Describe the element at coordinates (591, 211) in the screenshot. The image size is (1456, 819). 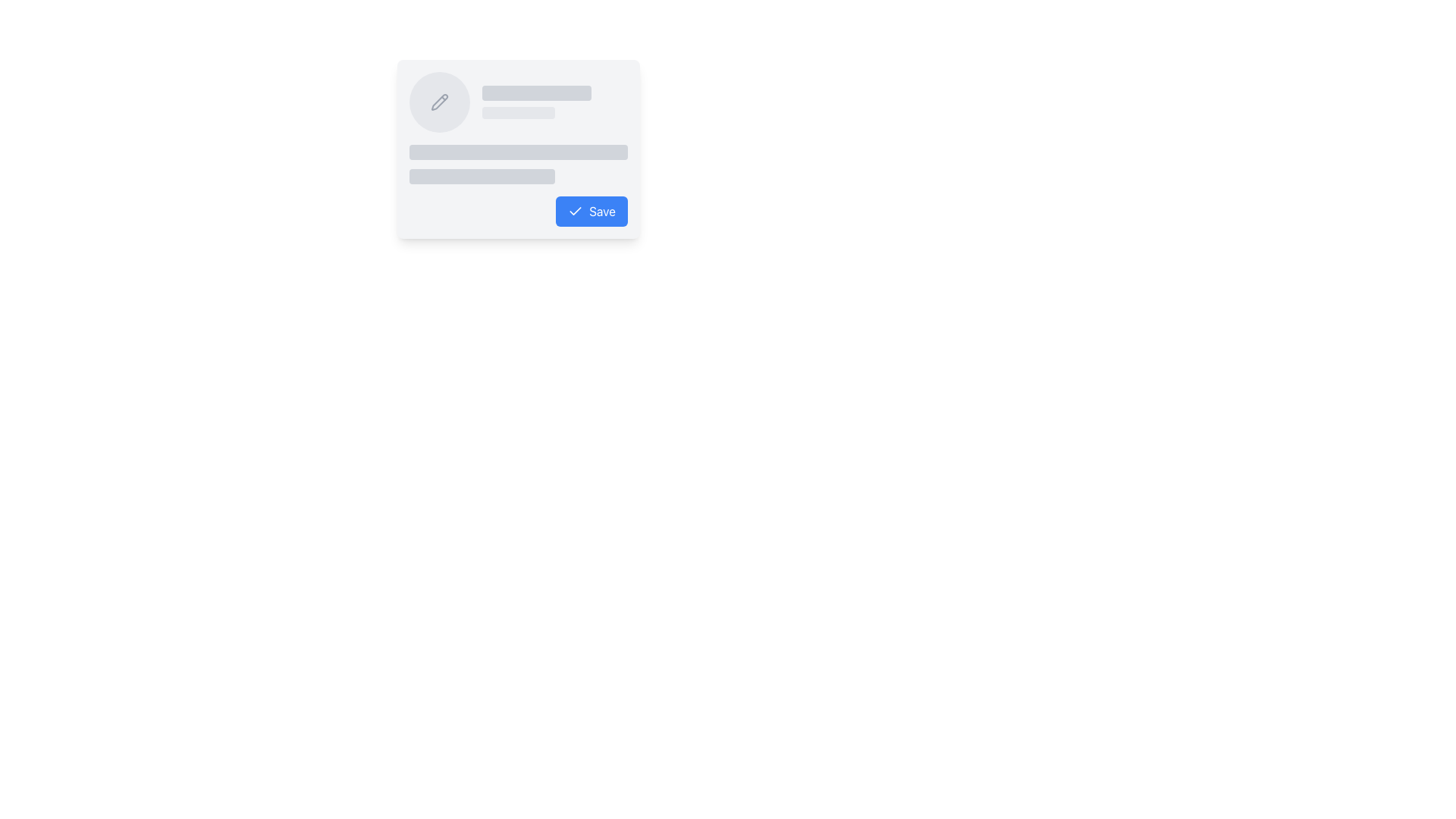
I see `the prominent save button located at the bottom-right corner of the card` at that location.